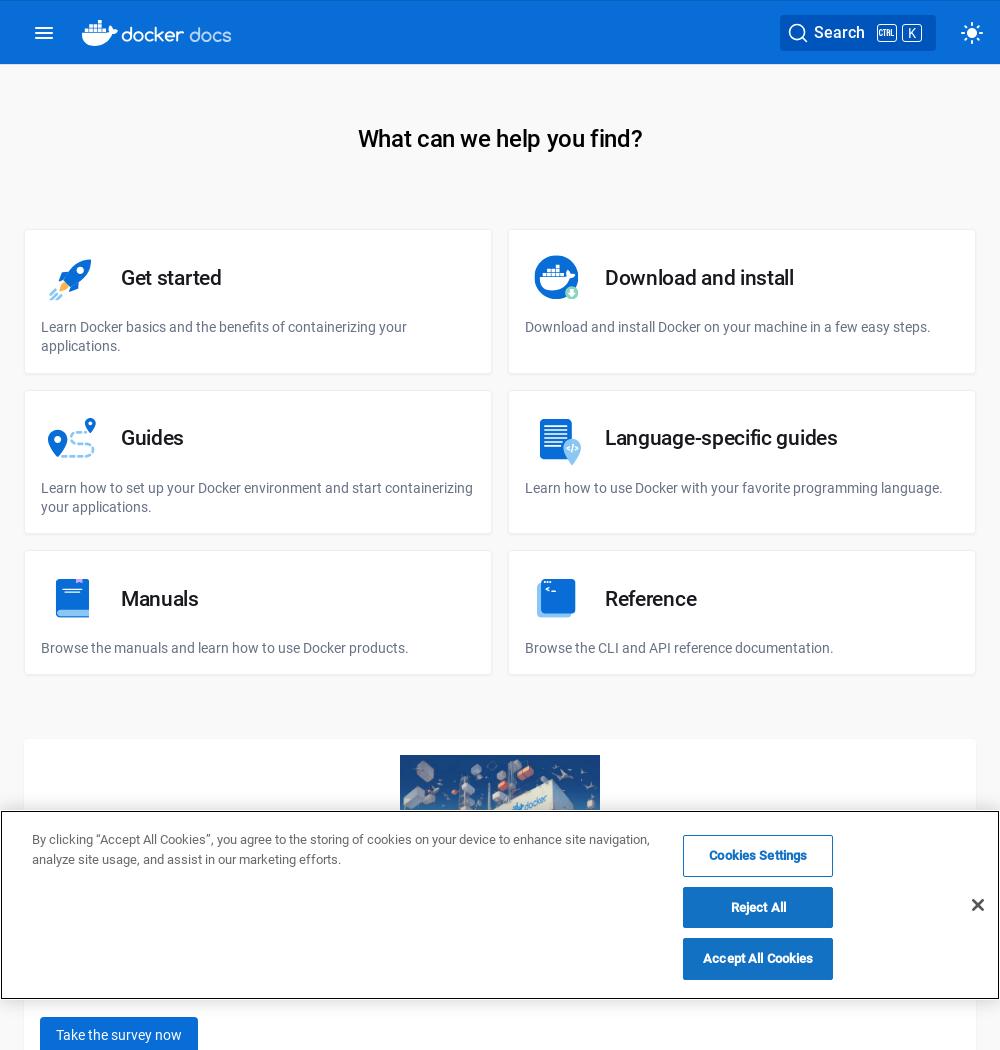 This screenshot has height=1050, width=1000. What do you see at coordinates (720, 436) in the screenshot?
I see `'Language-specific guides'` at bounding box center [720, 436].